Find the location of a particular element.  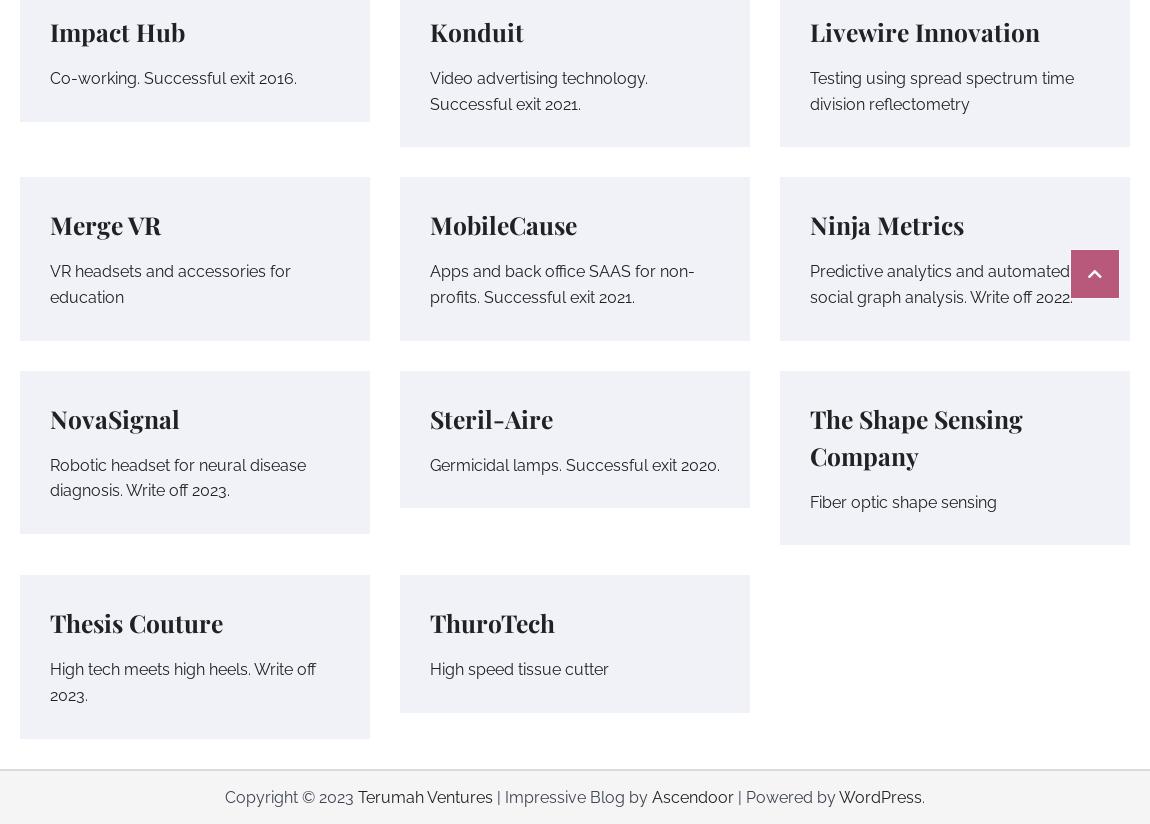

'Steril-Aire' is located at coordinates (491, 416).